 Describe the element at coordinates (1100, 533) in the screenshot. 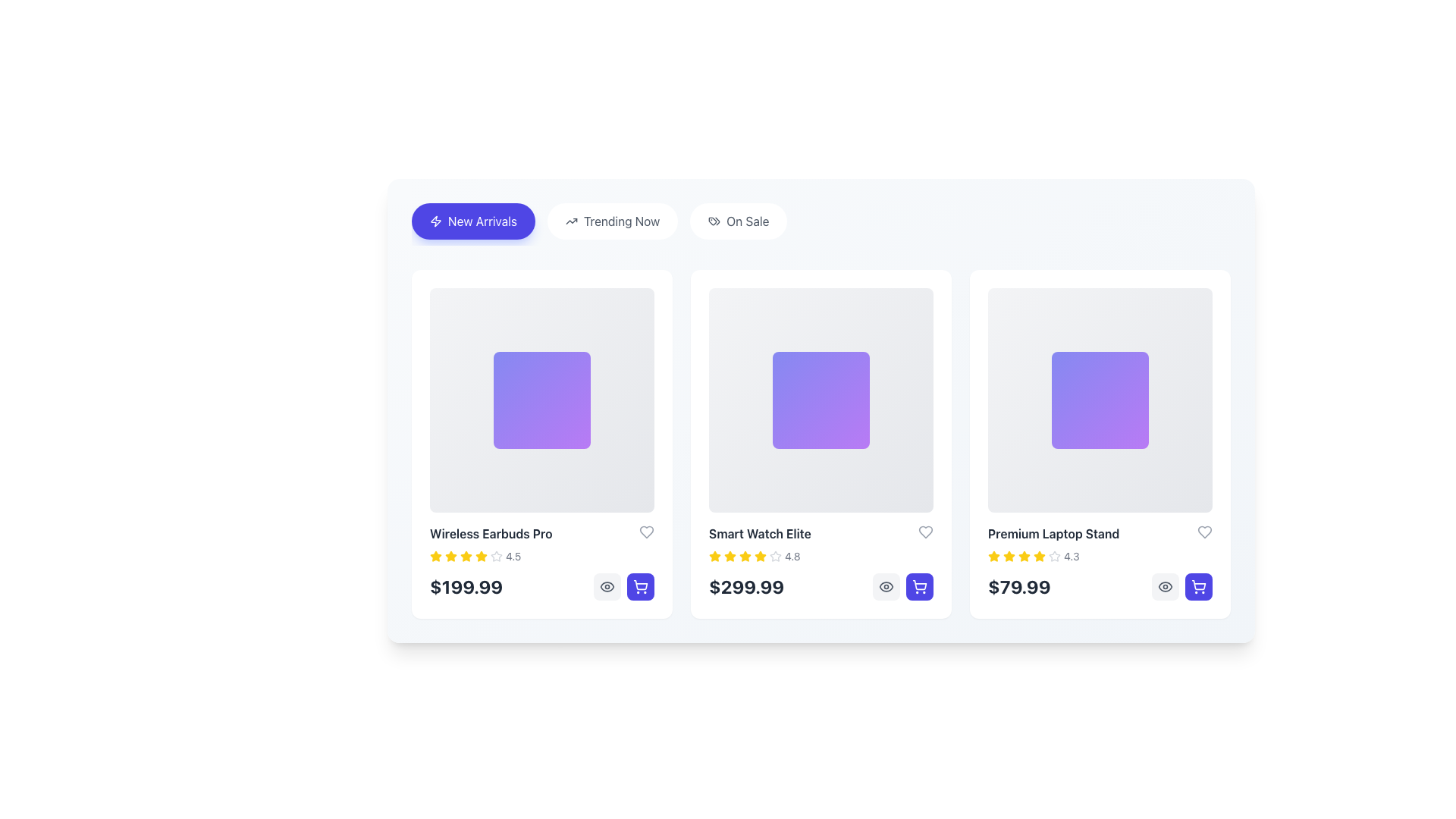

I see `the Text label that displays the product name, located in the third column of the product card, positioned between the product image and rating stars` at that location.